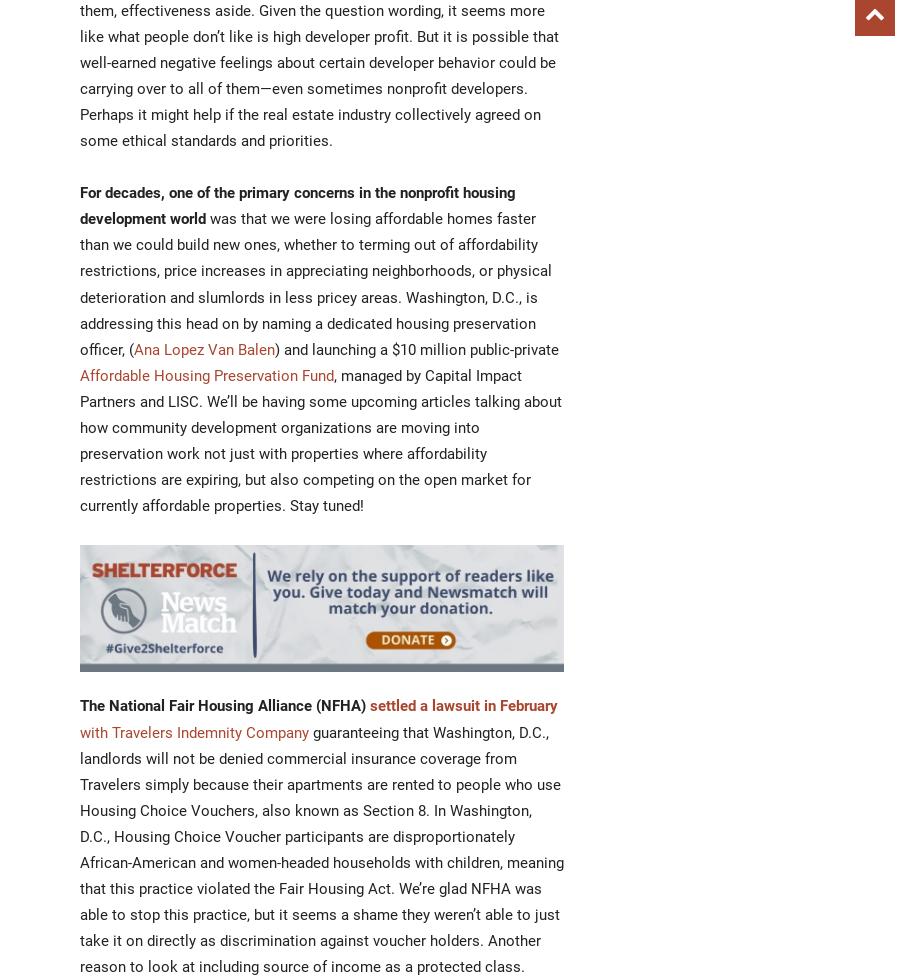 The height and width of the screenshot is (980, 900). I want to click on 'settled a lawsuit in February', so click(463, 705).